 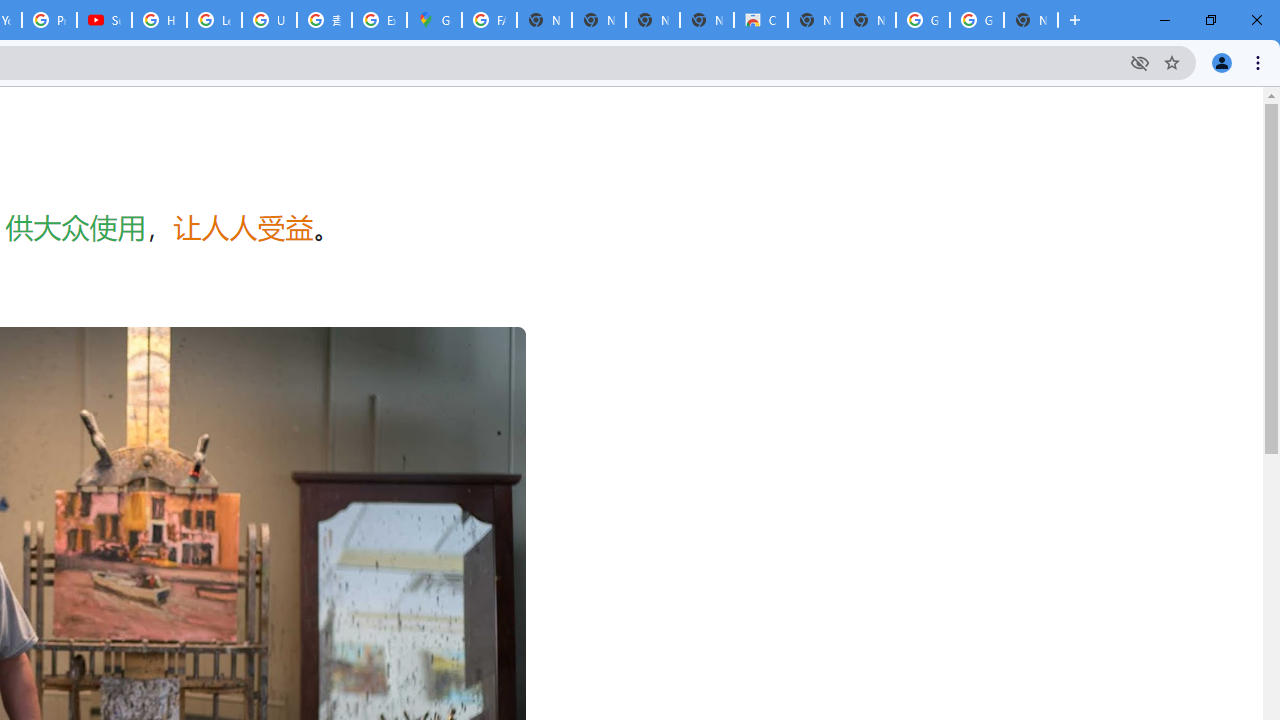 What do you see at coordinates (103, 20) in the screenshot?
I see `'Subscriptions - YouTube'` at bounding box center [103, 20].